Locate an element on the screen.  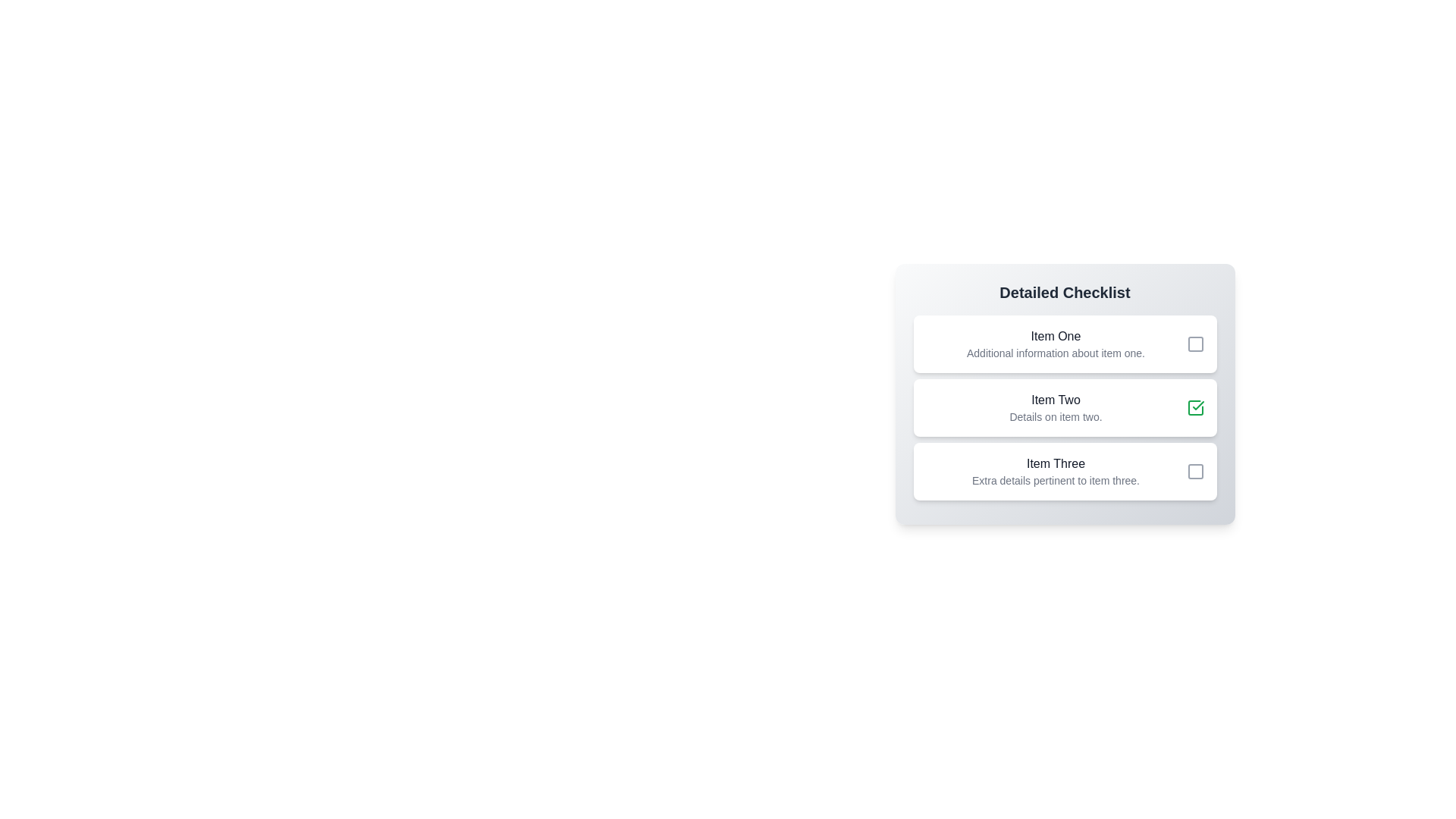
the green check icon representing the state indicator next to 'Item Two' in the checklist is located at coordinates (1194, 406).